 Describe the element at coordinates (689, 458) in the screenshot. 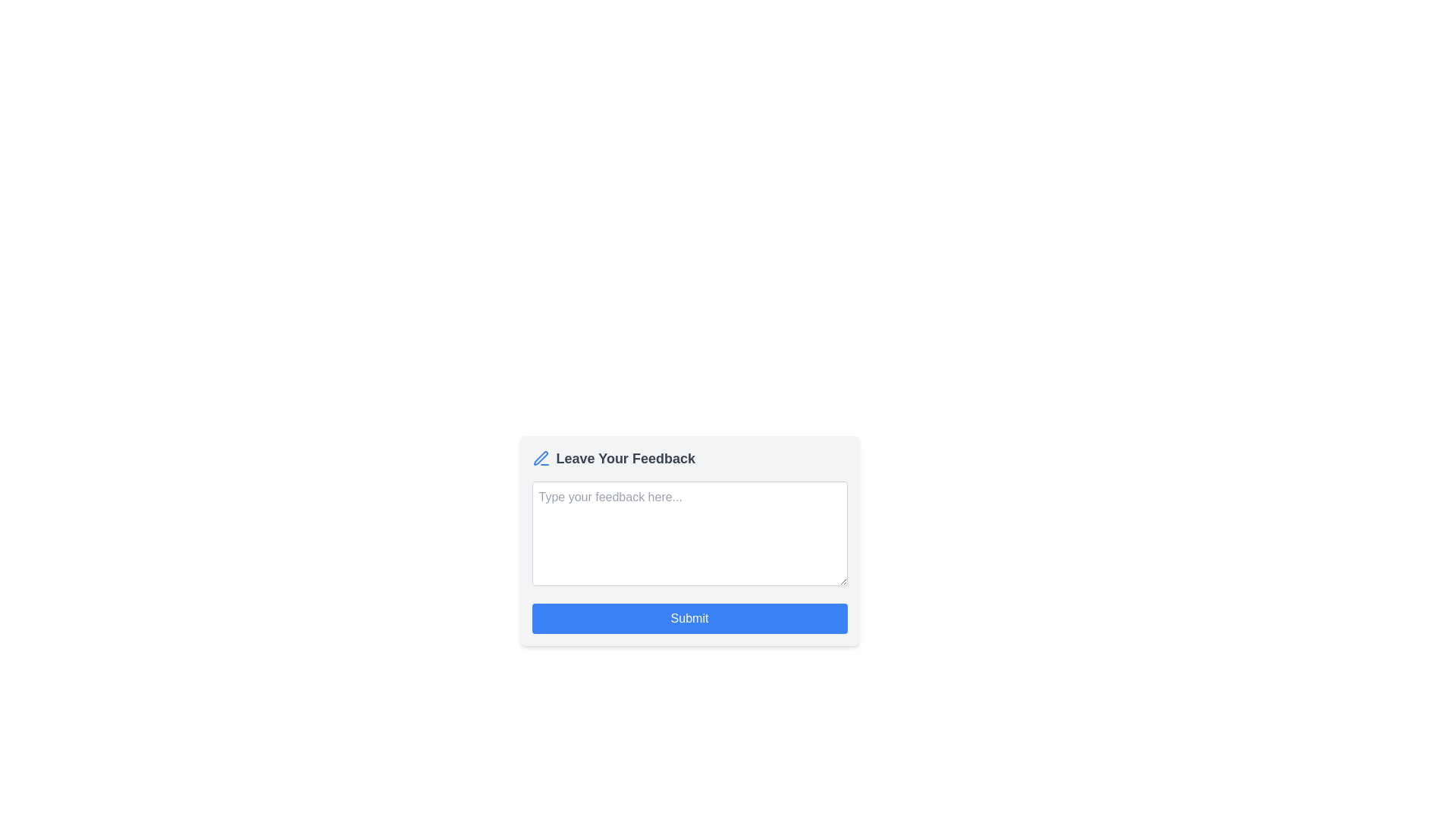

I see `the label or header element that introduces the feedback section, positioned at the top of the feedback component` at that location.